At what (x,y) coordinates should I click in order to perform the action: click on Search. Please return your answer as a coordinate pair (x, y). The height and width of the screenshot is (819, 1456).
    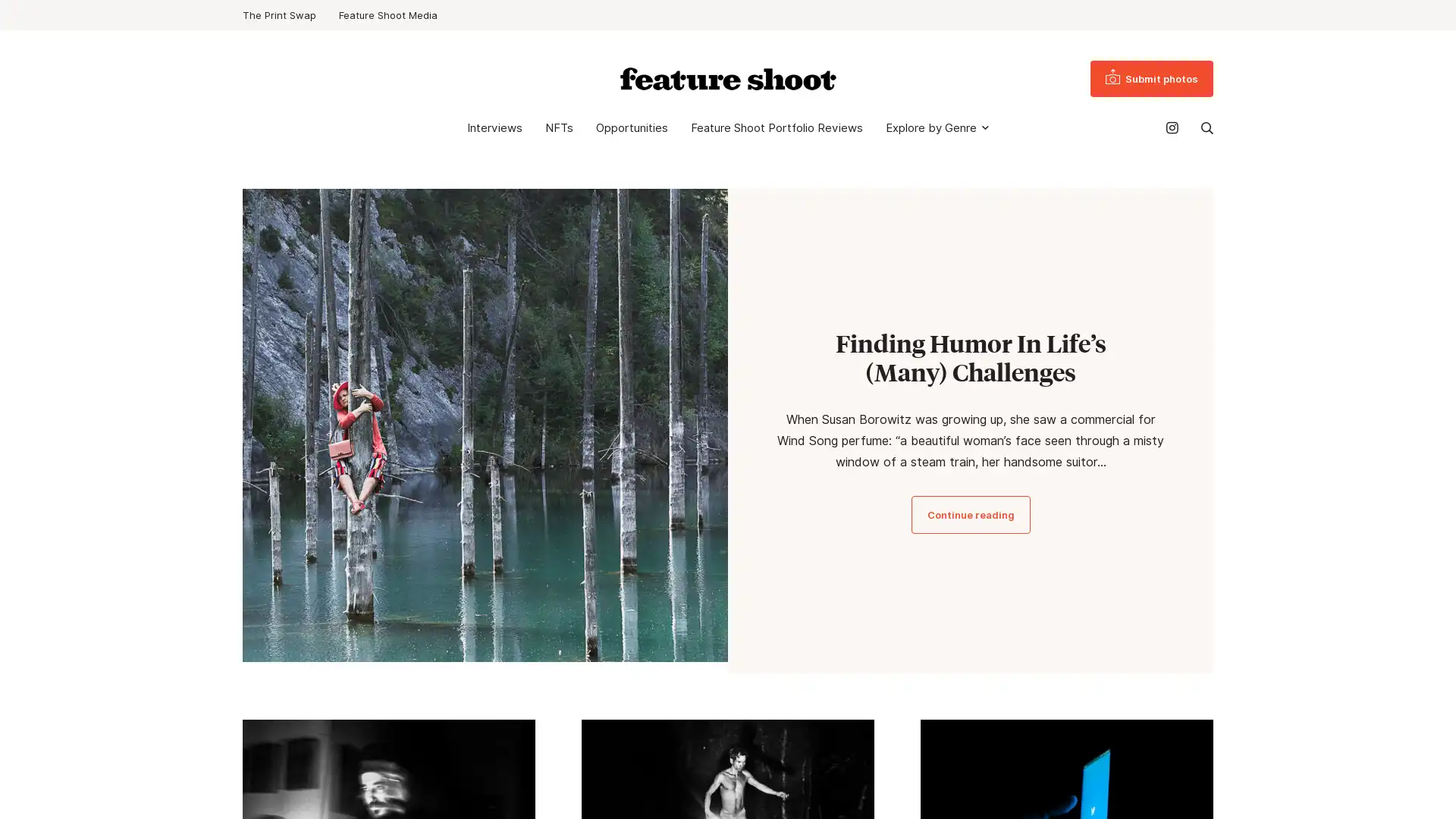
    Looking at the image, I should click on (1207, 127).